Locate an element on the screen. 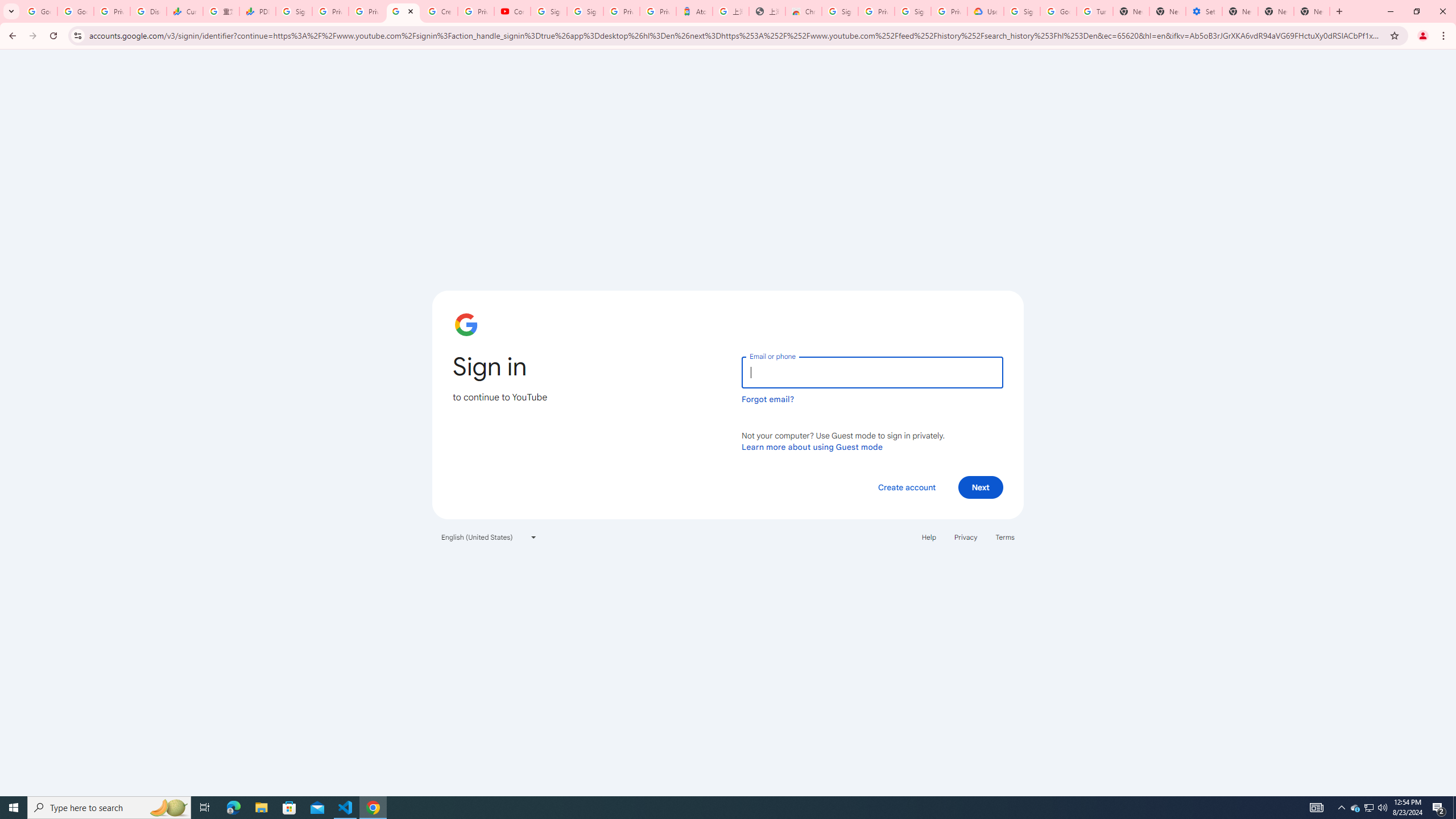 The height and width of the screenshot is (819, 1456). 'YouTube' is located at coordinates (403, 11).